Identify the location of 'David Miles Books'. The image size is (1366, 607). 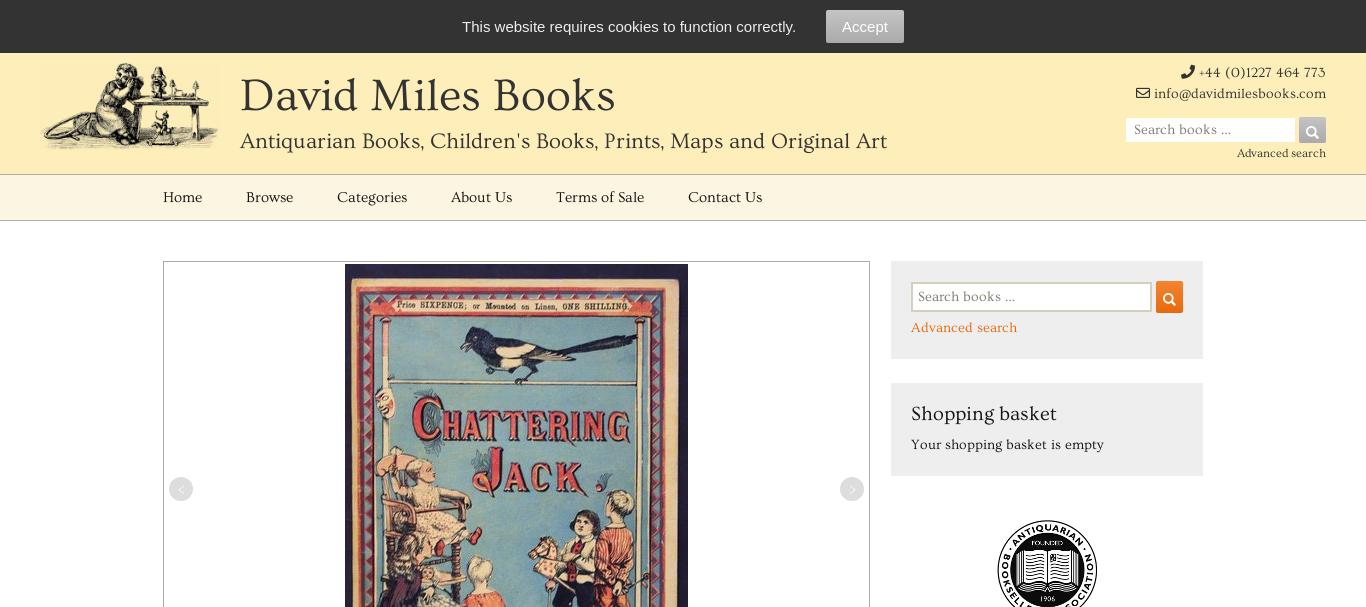
(426, 96).